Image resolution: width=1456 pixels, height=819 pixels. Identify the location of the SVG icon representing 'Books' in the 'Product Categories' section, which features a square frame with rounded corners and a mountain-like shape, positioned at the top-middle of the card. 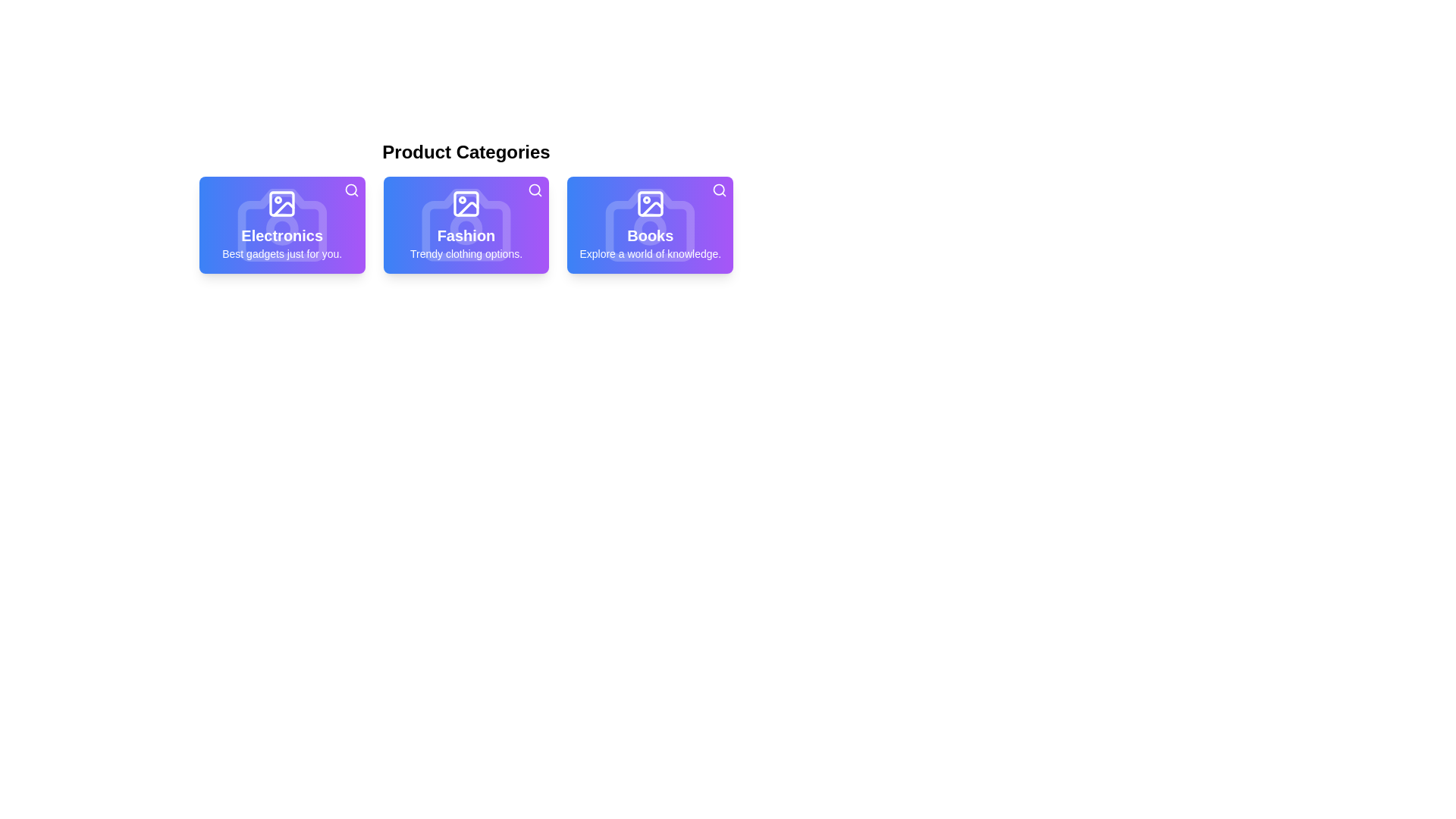
(650, 203).